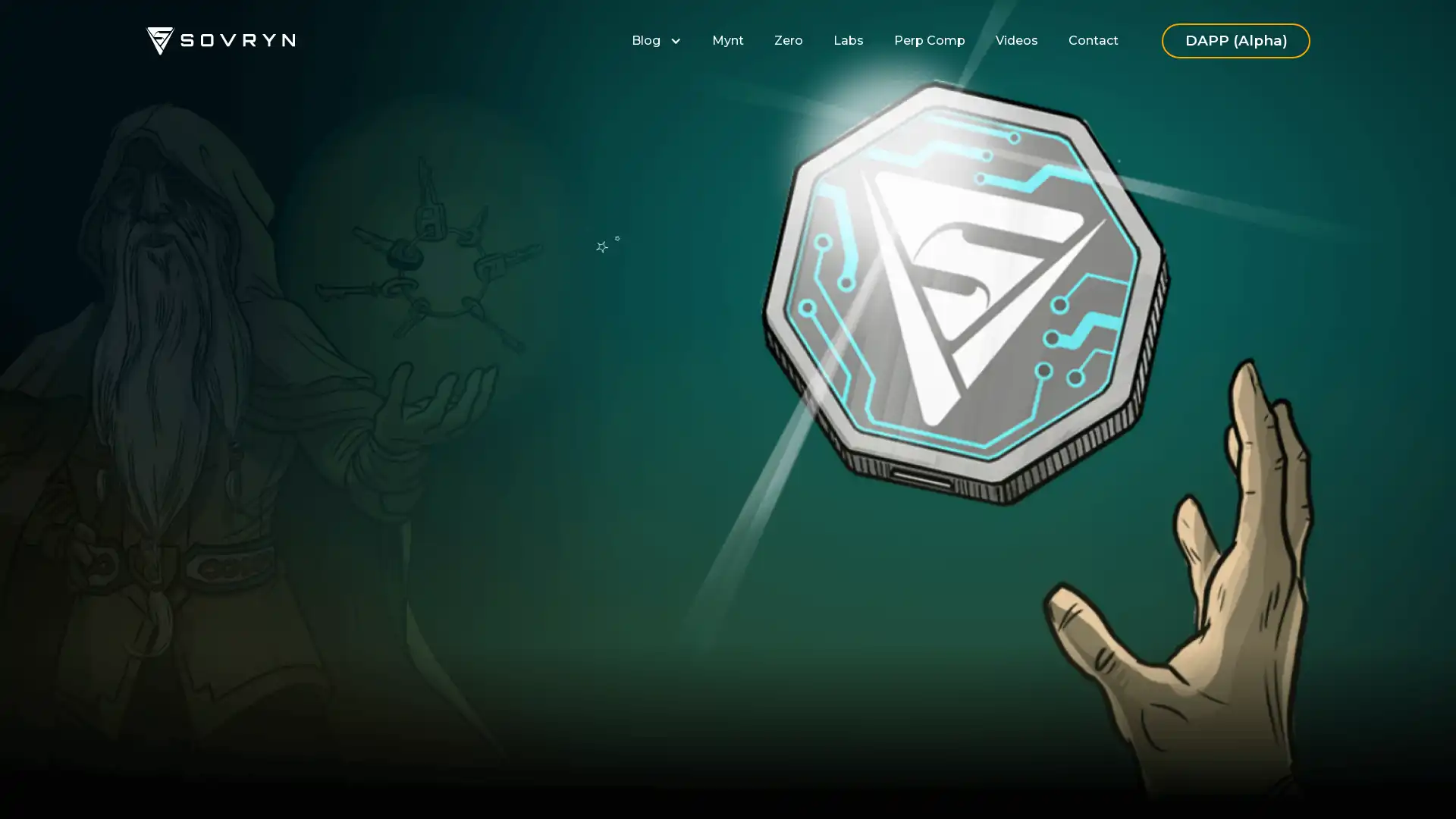 Image resolution: width=1456 pixels, height=819 pixels. Describe the element at coordinates (543, 507) in the screenshot. I see `Sign me up!` at that location.